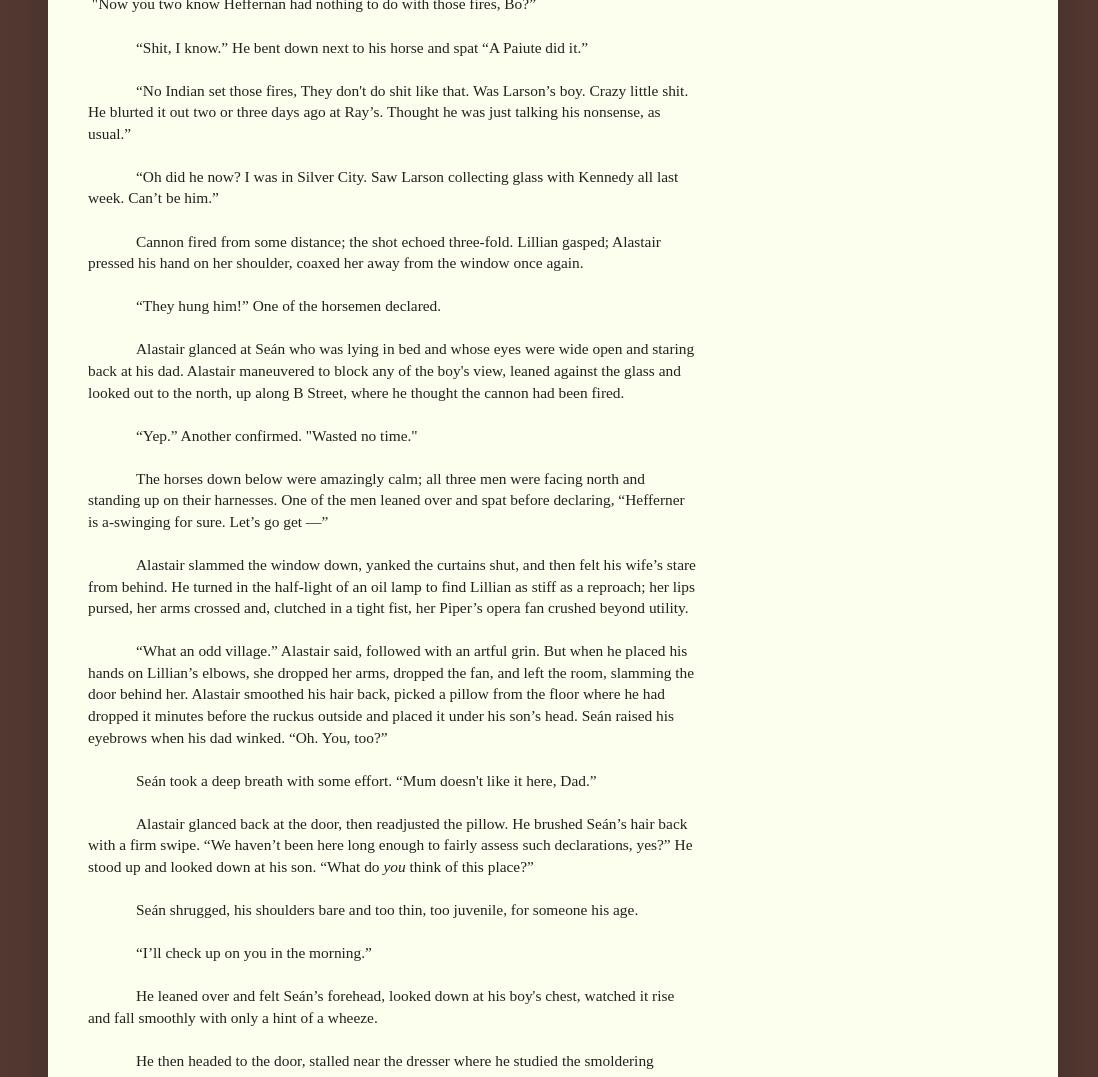  What do you see at coordinates (468, 864) in the screenshot?
I see `'think of this place?”'` at bounding box center [468, 864].